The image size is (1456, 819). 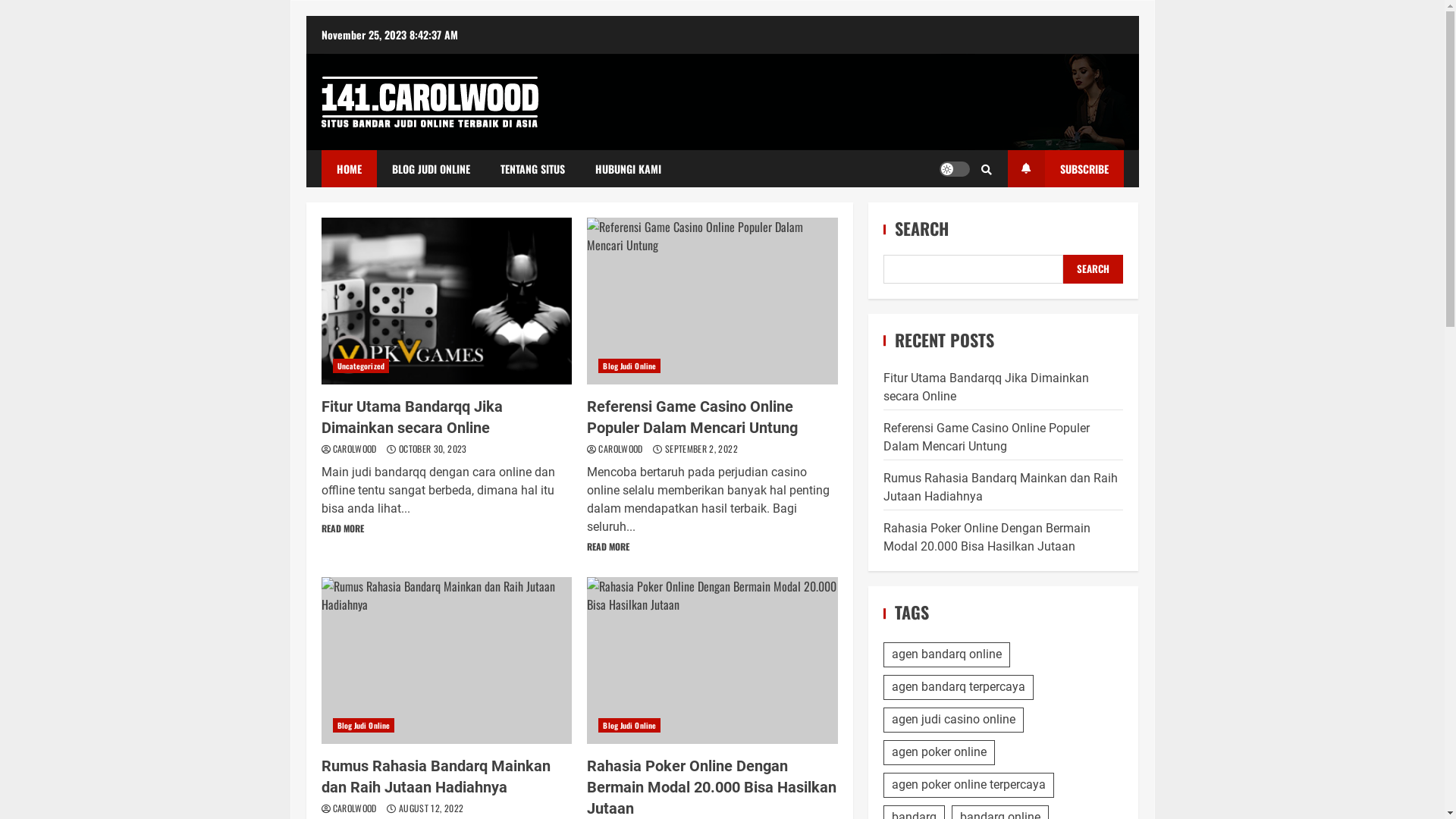 What do you see at coordinates (412, 417) in the screenshot?
I see `'Fitur Utama Bandarqq Jika Dimainkan secara Online'` at bounding box center [412, 417].